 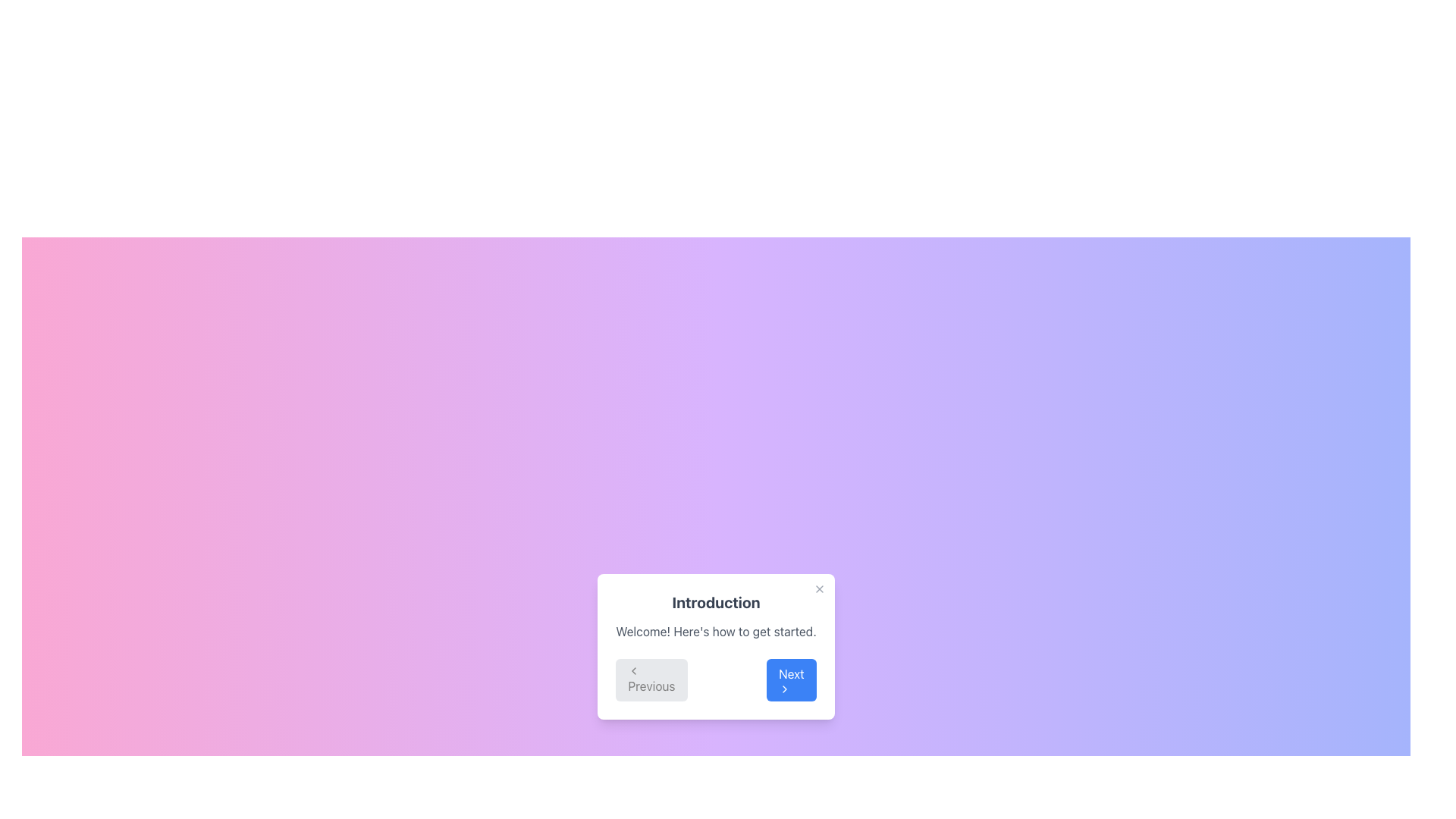 I want to click on the 'Next' button, which is a rectangular button with a blue background and white text, located at the bottom of the dialog, so click(x=790, y=679).